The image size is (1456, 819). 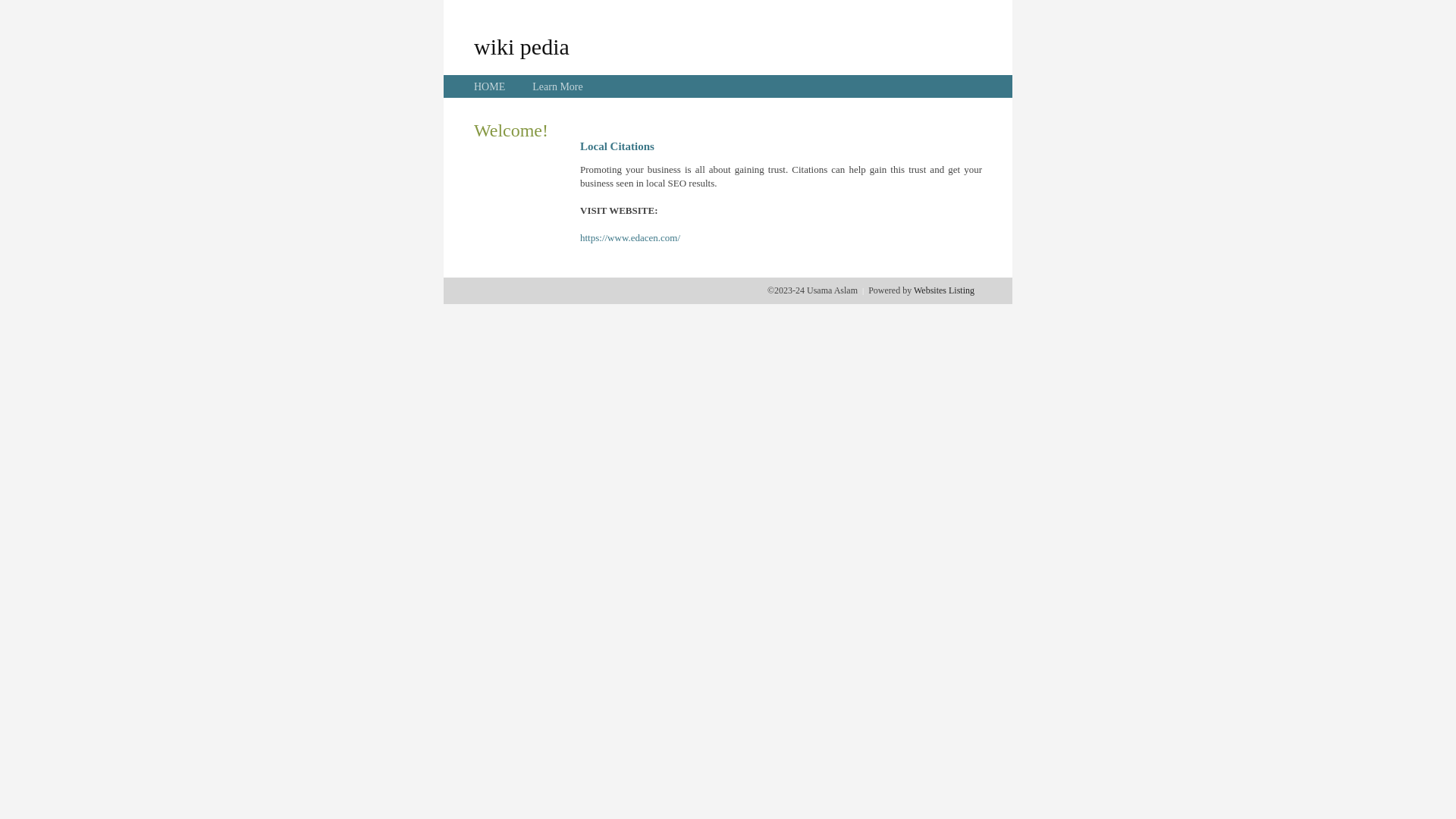 I want to click on 'Learn More', so click(x=556, y=86).